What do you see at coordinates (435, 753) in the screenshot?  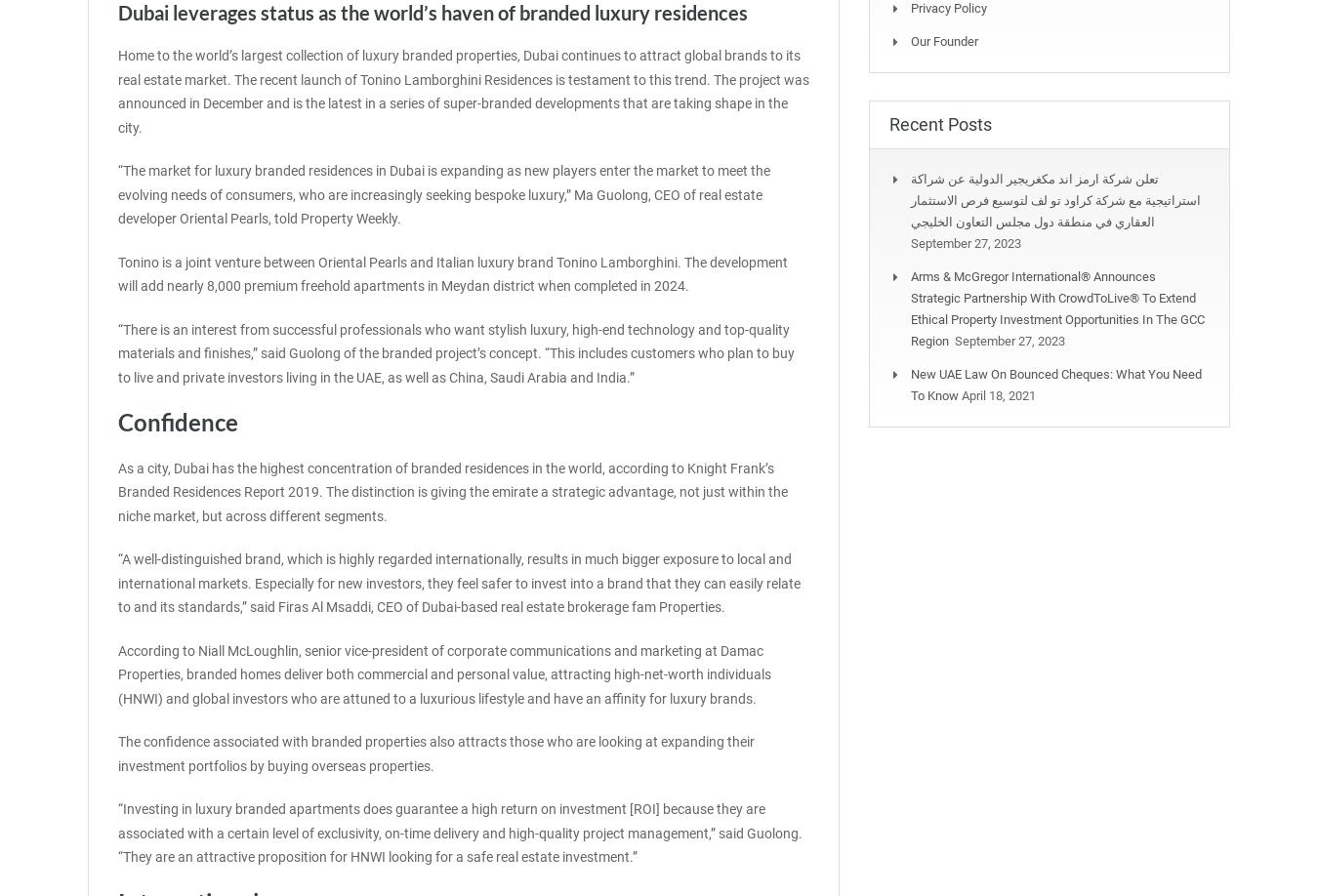 I see `'The confidence associated with branded properties also attracts those who are looking at expanding their investment portfolios by buying overseas properties.'` at bounding box center [435, 753].